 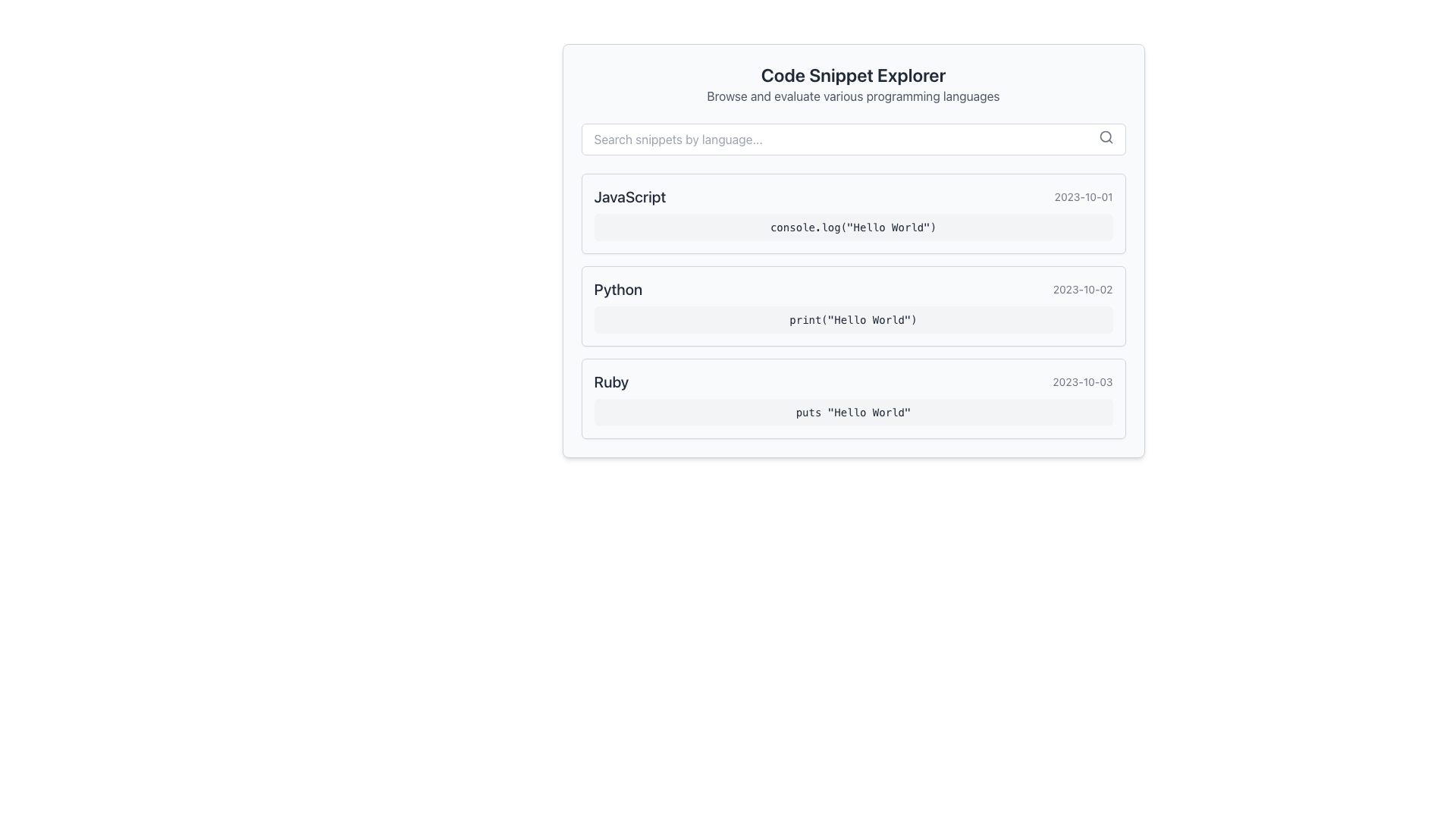 What do you see at coordinates (853, 306) in the screenshot?
I see `the Code Snippet Display Block that shows the Python programming snippet 'print("Hello World")', located between the 'JavaScript' and 'Ruby' snippets in a vertically stacked list` at bounding box center [853, 306].